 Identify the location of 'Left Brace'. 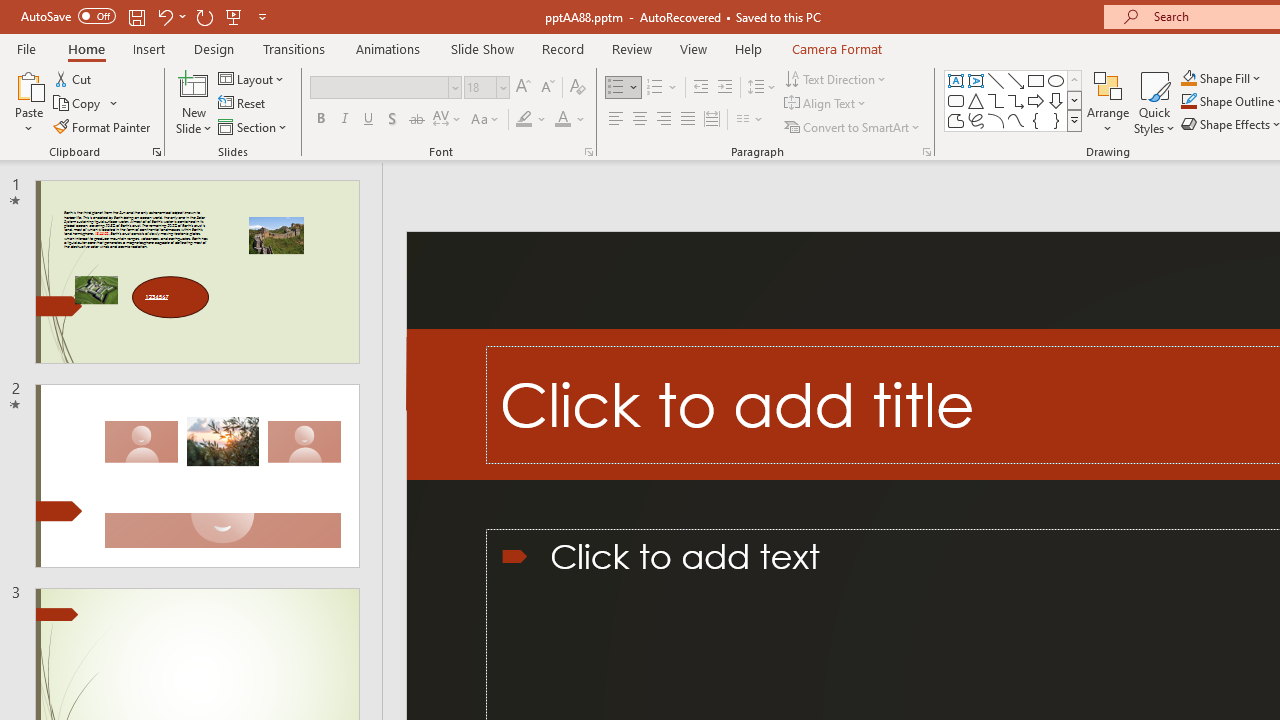
(1036, 120).